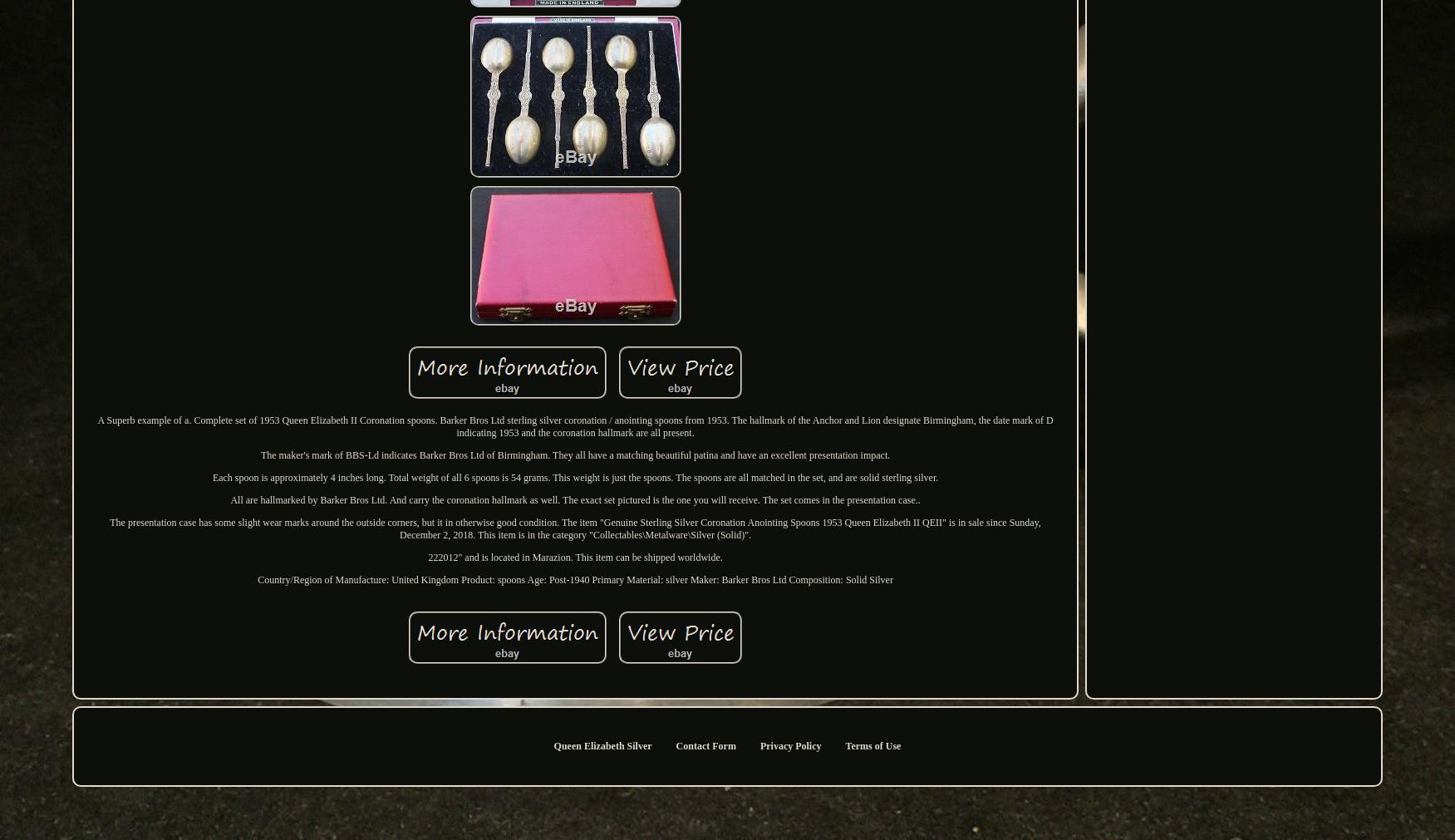  Describe the element at coordinates (574, 426) in the screenshot. I see `'A Superb example of a. Complete set of 1953 Queen Elizabeth II Coronation spoons. Barker Bros Ltd sterling silver coronation / anointing spoons from 1953. The hallmark of the Anchor and Lion designate Birmingham, the date mark of D indicating 1953 and the coronation hallmark are all present.'` at that location.